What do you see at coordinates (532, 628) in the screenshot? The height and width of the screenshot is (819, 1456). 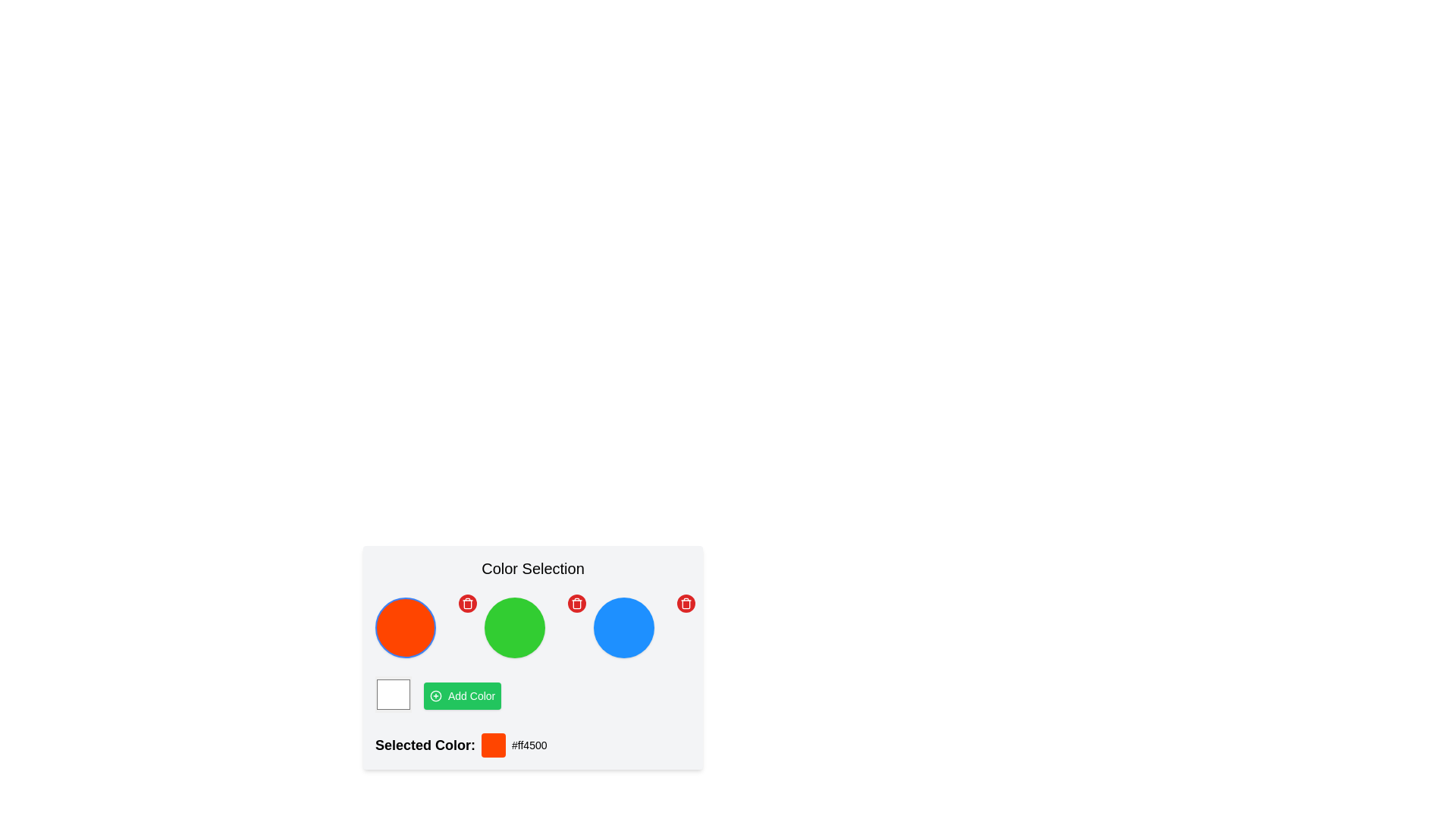 I see `the middle circular color option, which is green, under the 'Color Selection' title` at bounding box center [532, 628].